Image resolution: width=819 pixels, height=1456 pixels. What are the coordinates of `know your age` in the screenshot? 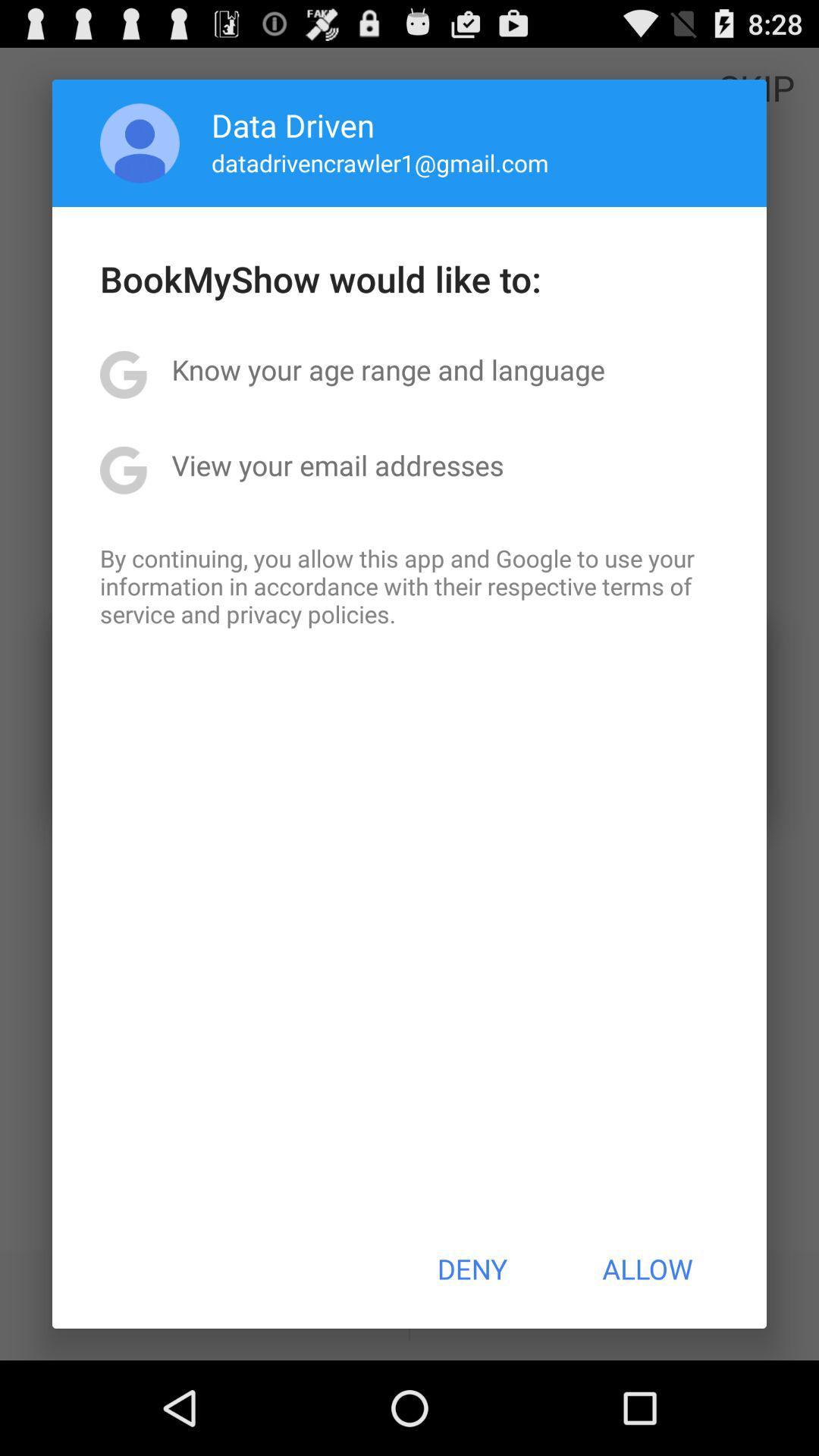 It's located at (388, 369).